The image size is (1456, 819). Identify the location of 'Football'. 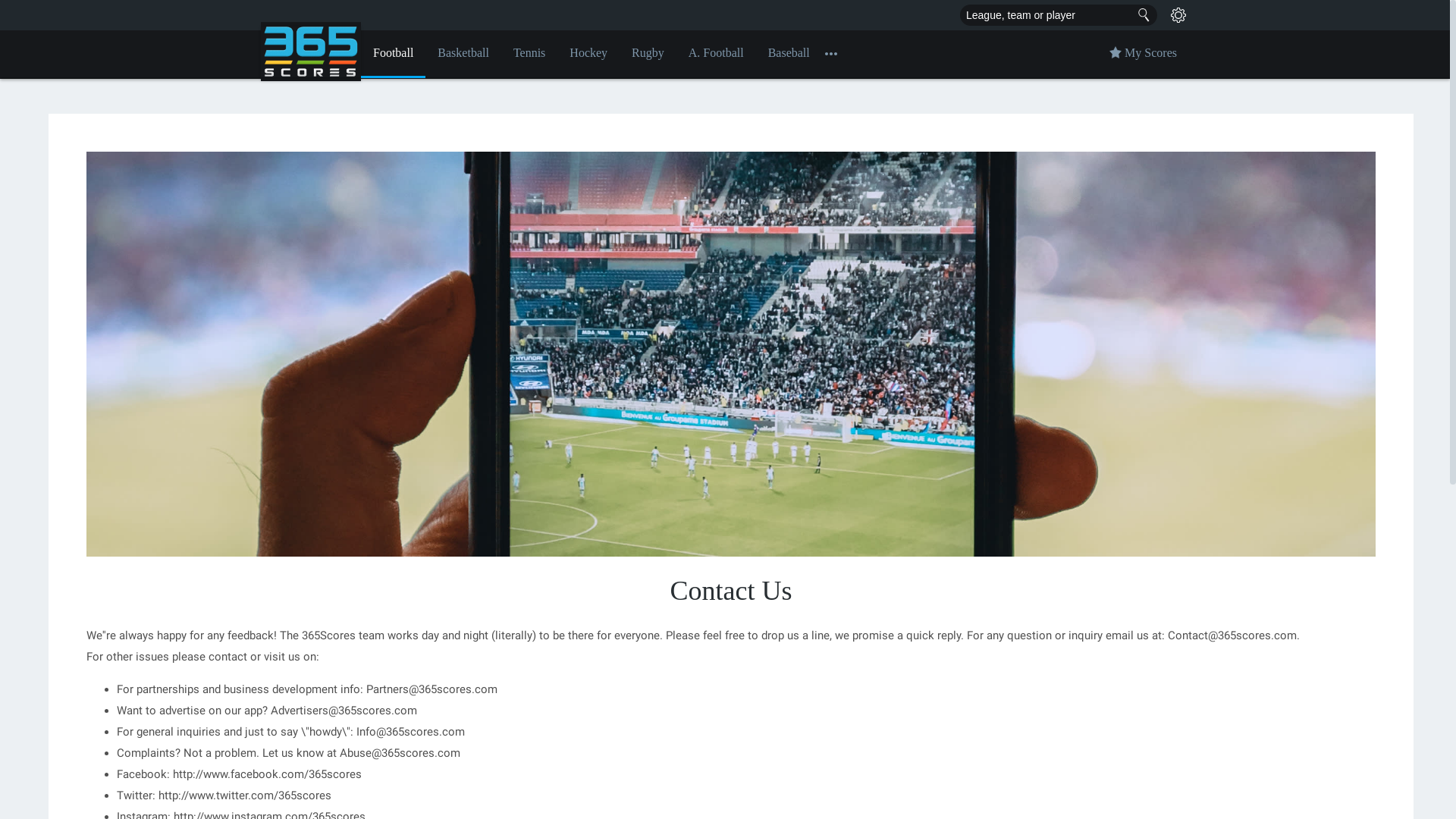
(393, 53).